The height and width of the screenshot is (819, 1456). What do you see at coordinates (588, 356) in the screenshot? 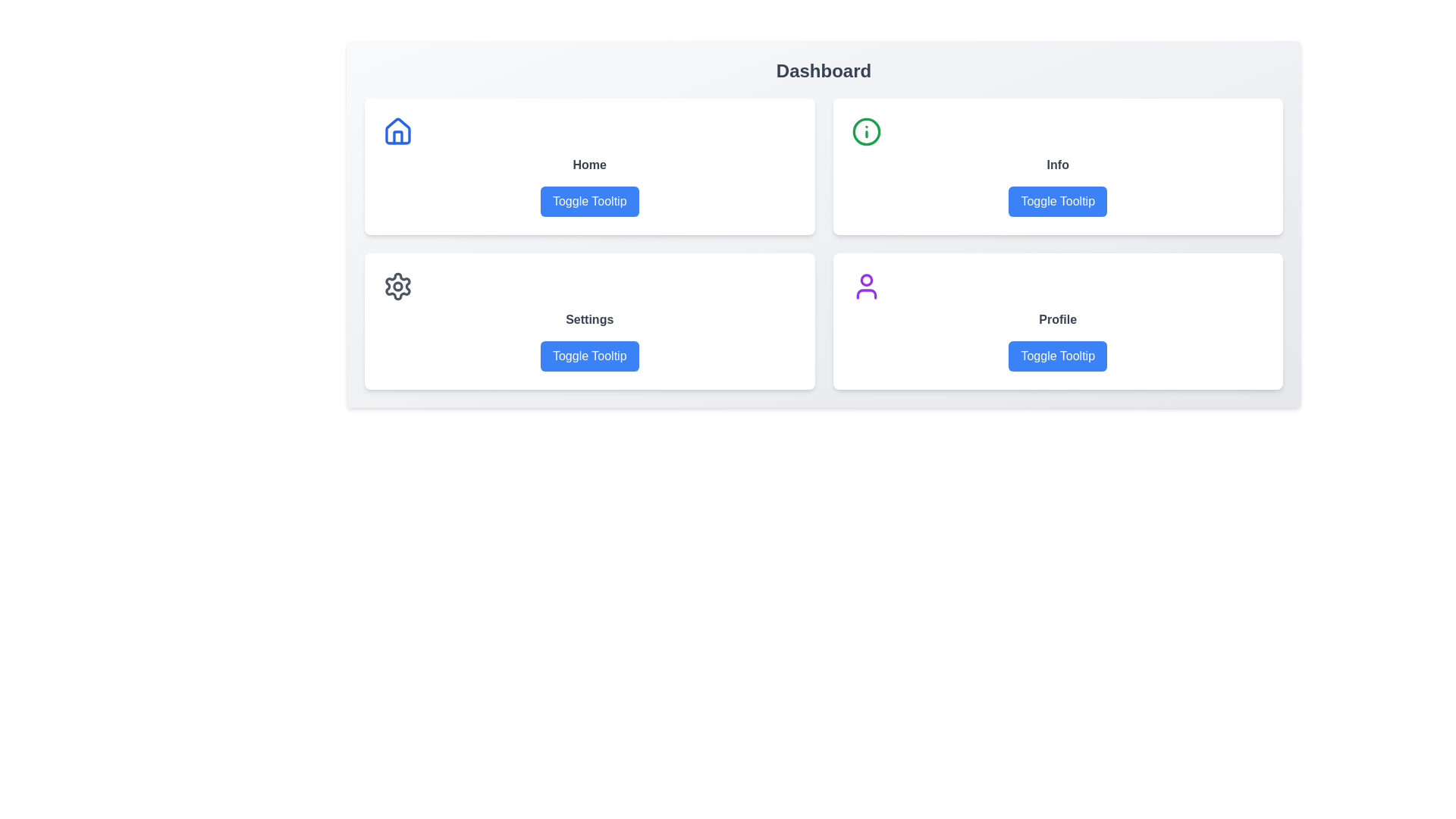
I see `the button located in the bottom left card of the 2x2 grid layout, below the 'Settings' heading` at bounding box center [588, 356].